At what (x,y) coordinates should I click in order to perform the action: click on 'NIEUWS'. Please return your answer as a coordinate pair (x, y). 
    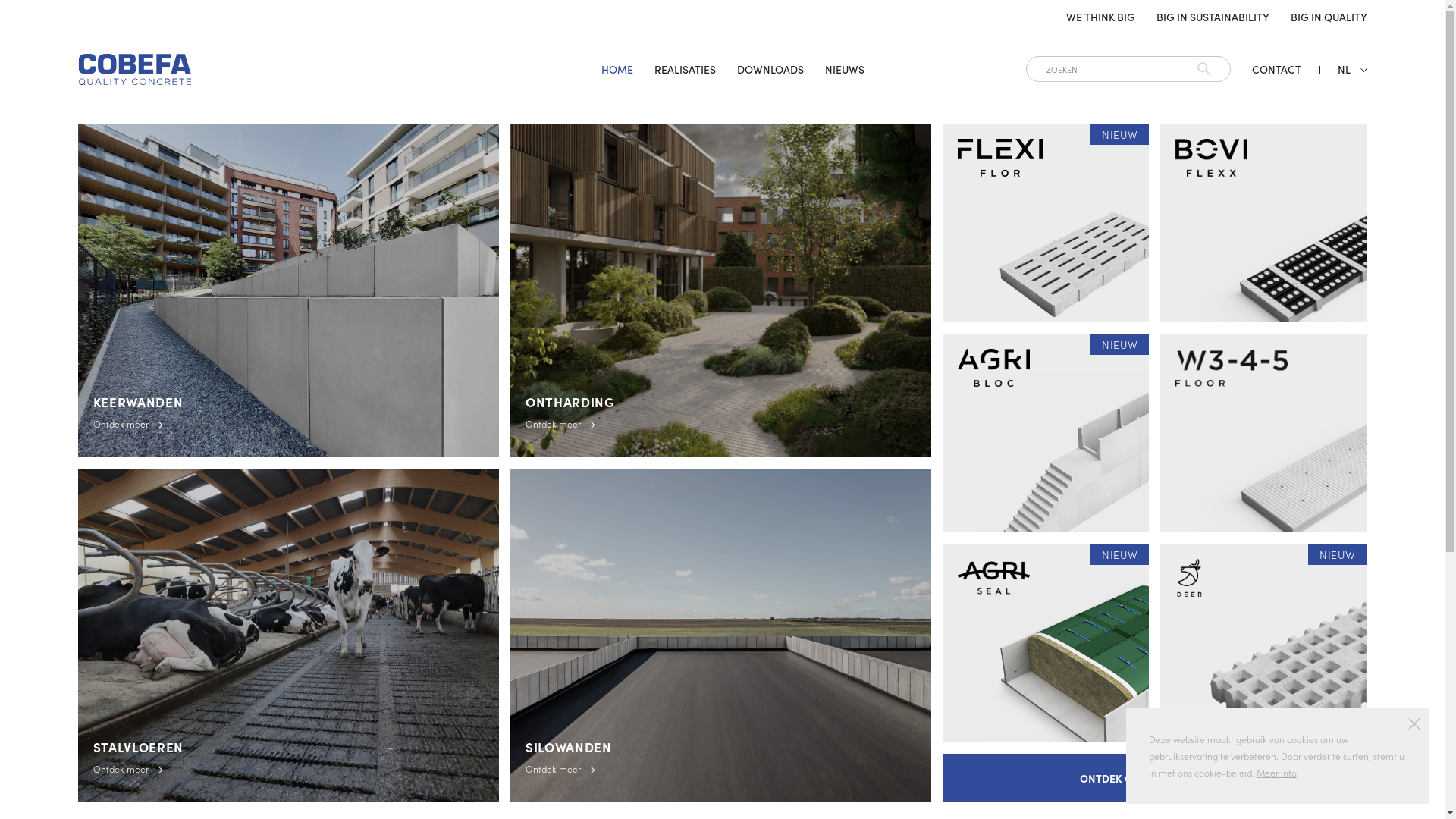
    Looking at the image, I should click on (843, 69).